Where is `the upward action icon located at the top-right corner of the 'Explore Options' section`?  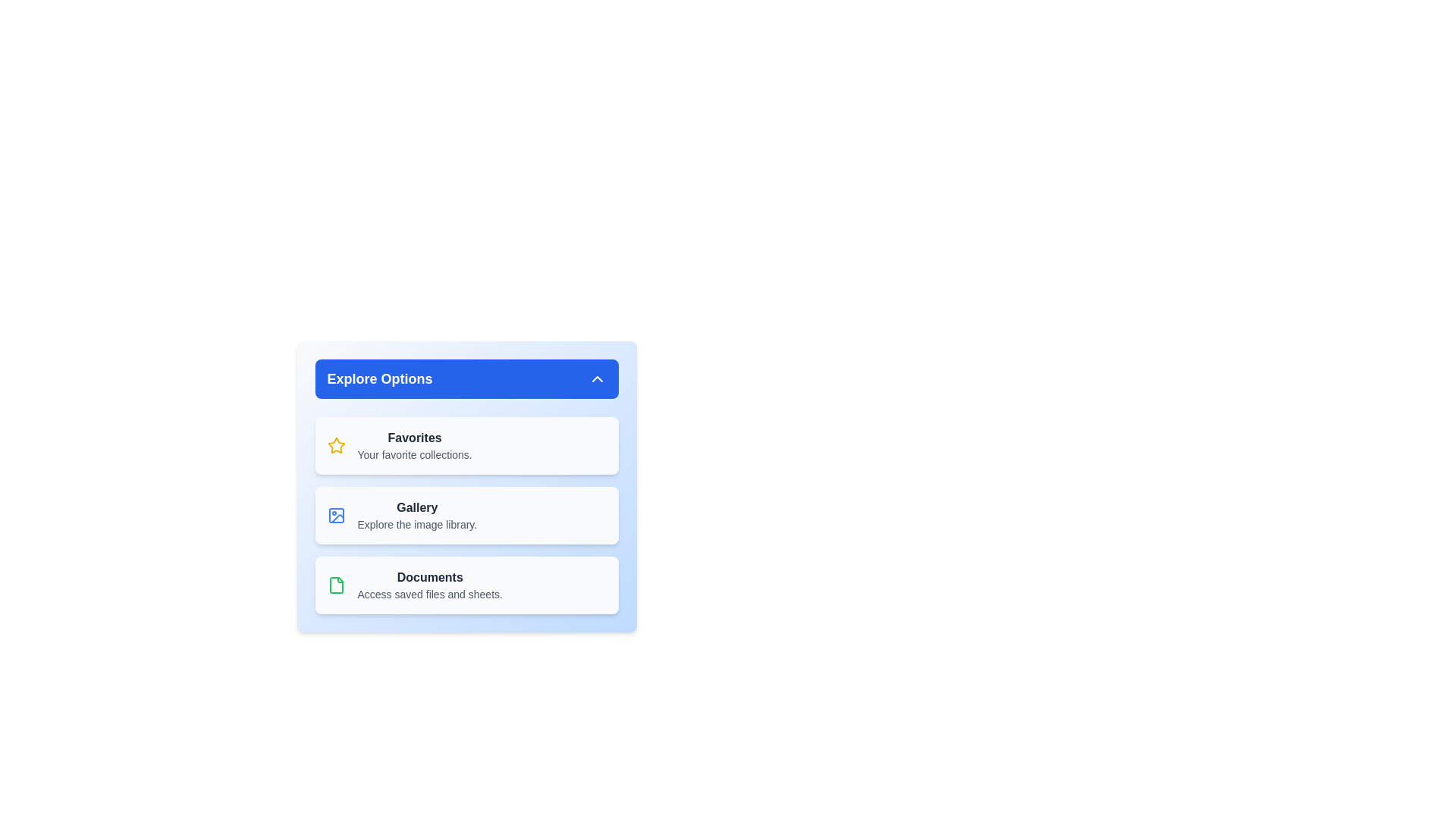
the upward action icon located at the top-right corner of the 'Explore Options' section is located at coordinates (596, 378).